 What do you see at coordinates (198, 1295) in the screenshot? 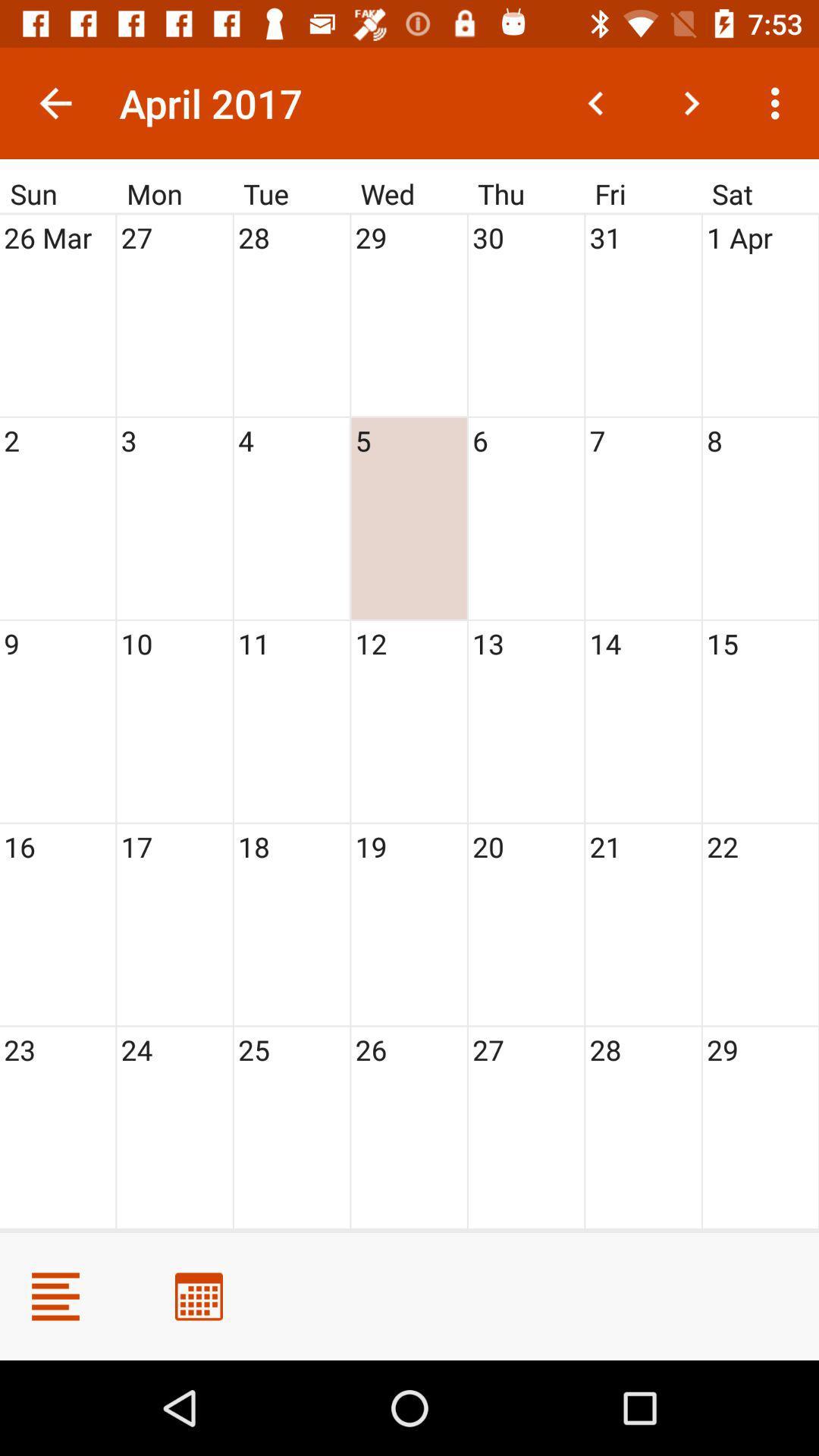
I see `open calendar` at bounding box center [198, 1295].